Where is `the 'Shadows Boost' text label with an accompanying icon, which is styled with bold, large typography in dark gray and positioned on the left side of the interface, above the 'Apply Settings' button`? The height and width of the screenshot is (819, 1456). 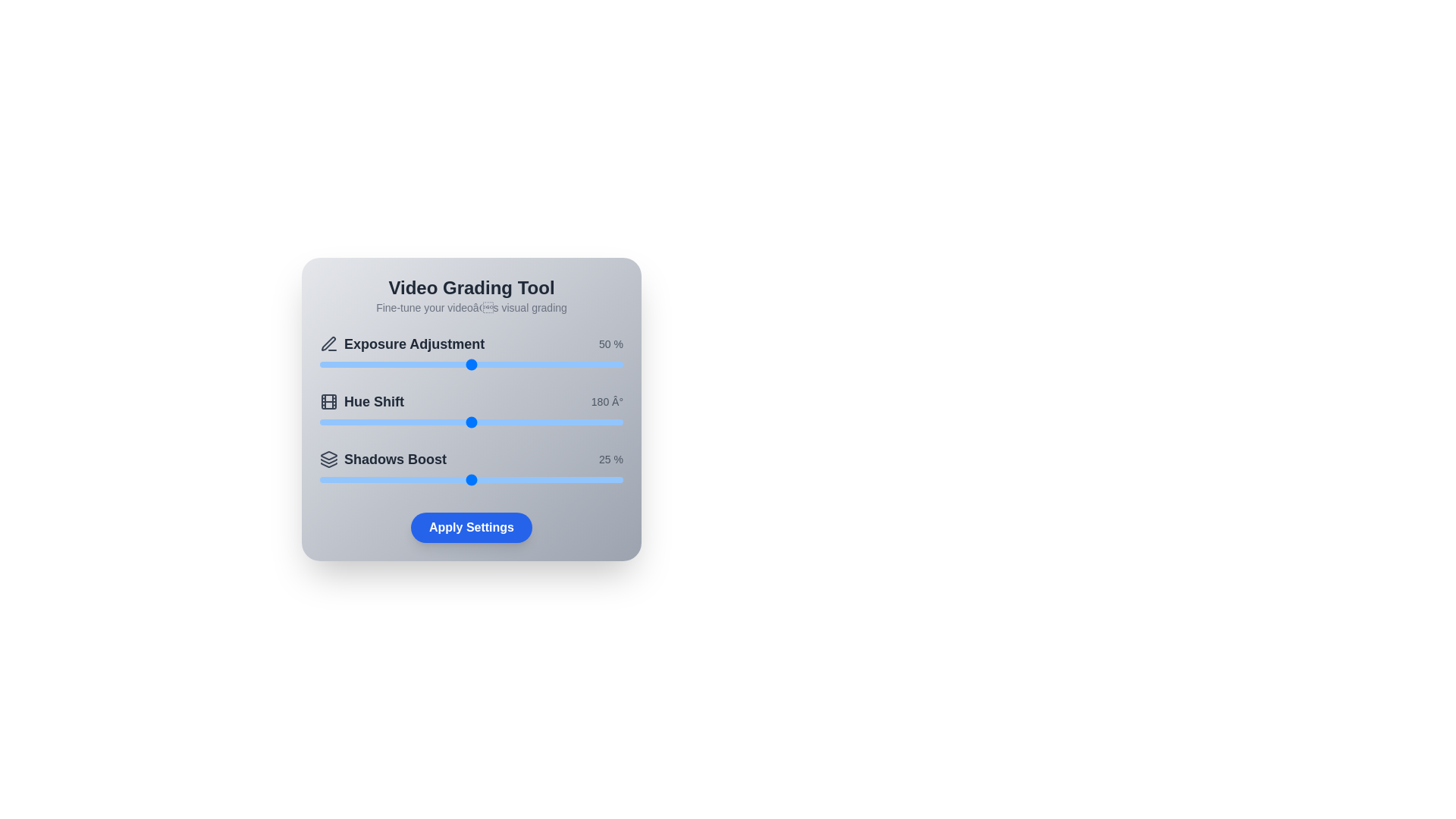
the 'Shadows Boost' text label with an accompanying icon, which is styled with bold, large typography in dark gray and positioned on the left side of the interface, above the 'Apply Settings' button is located at coordinates (383, 458).